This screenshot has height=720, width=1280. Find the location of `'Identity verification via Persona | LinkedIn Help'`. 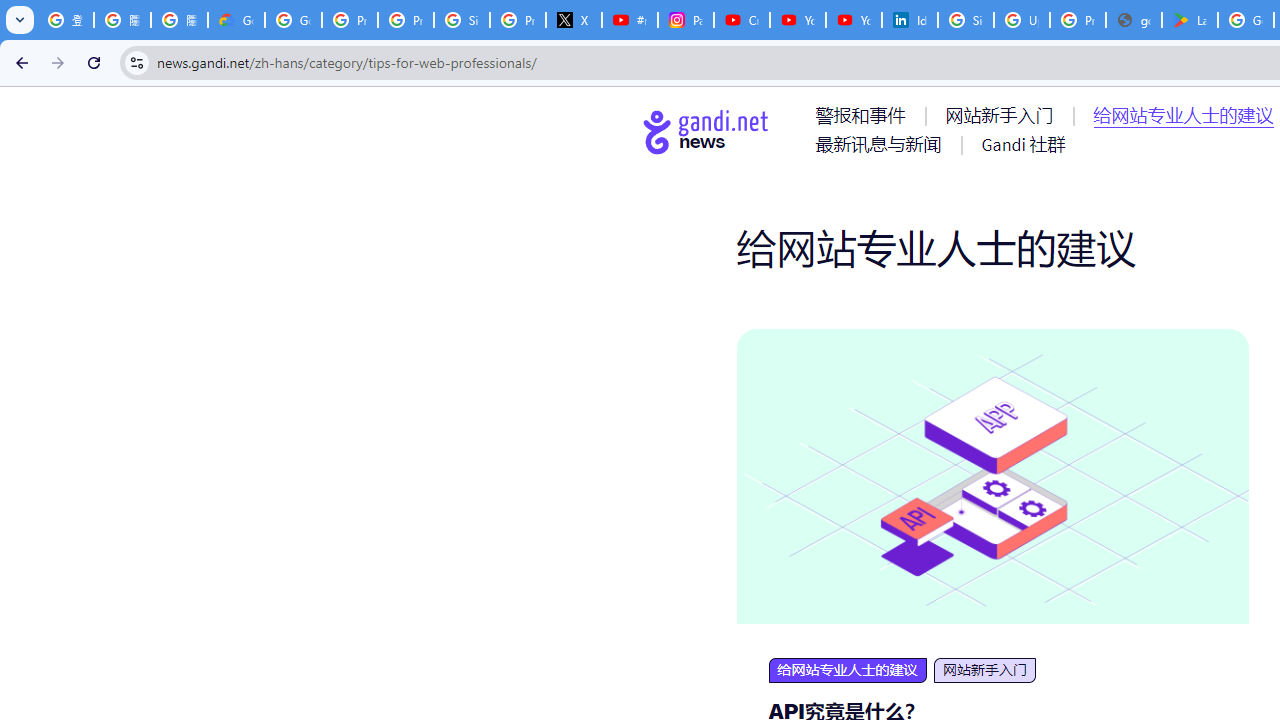

'Identity verification via Persona | LinkedIn Help' is located at coordinates (909, 20).